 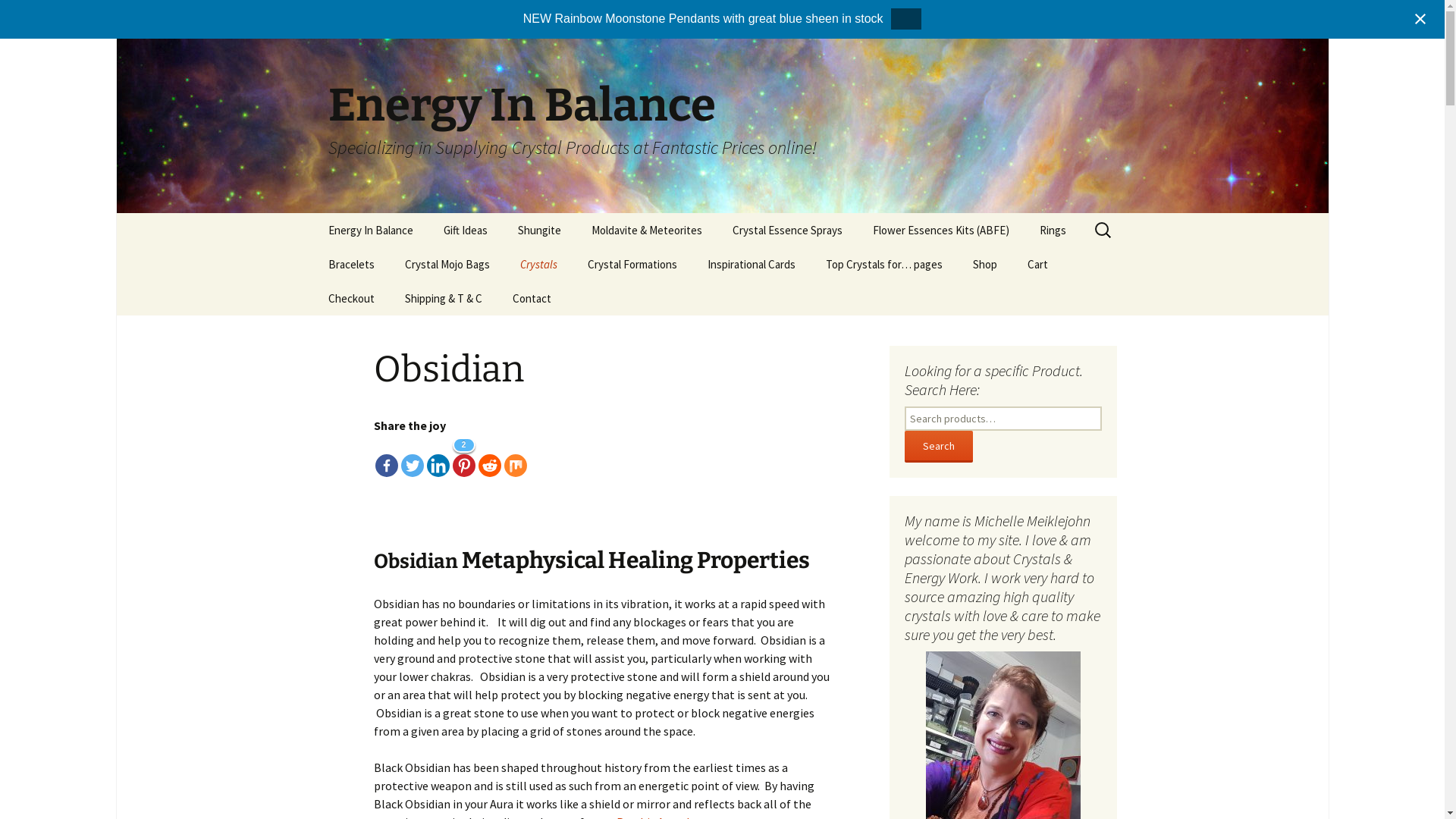 What do you see at coordinates (370, 230) in the screenshot?
I see `'Energy In Balance'` at bounding box center [370, 230].